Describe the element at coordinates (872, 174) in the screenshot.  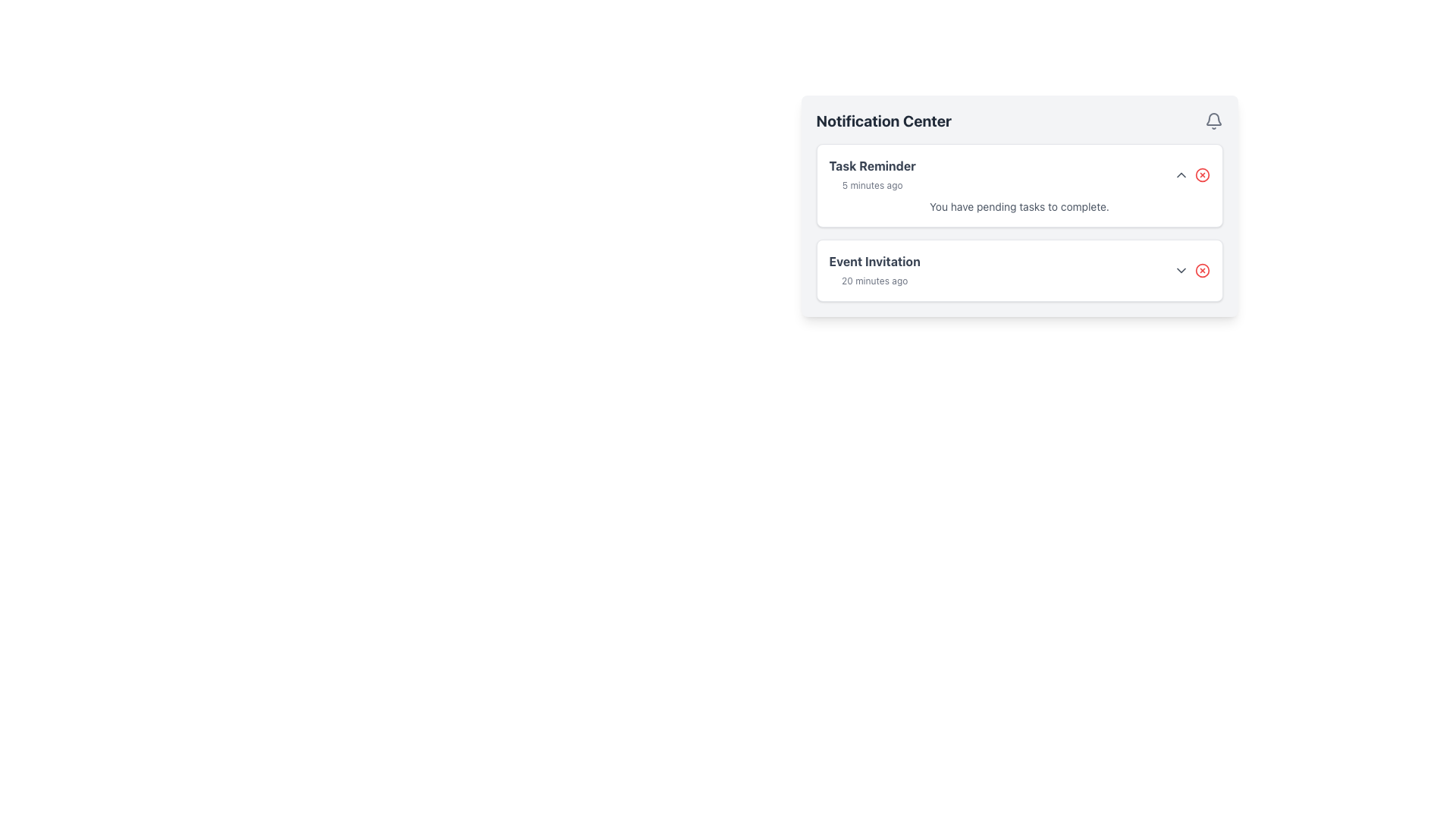
I see `timestamp from the 'Task Reminder' text block which shows '5 minutes ago' located below the bold text in the Notification Center` at that location.